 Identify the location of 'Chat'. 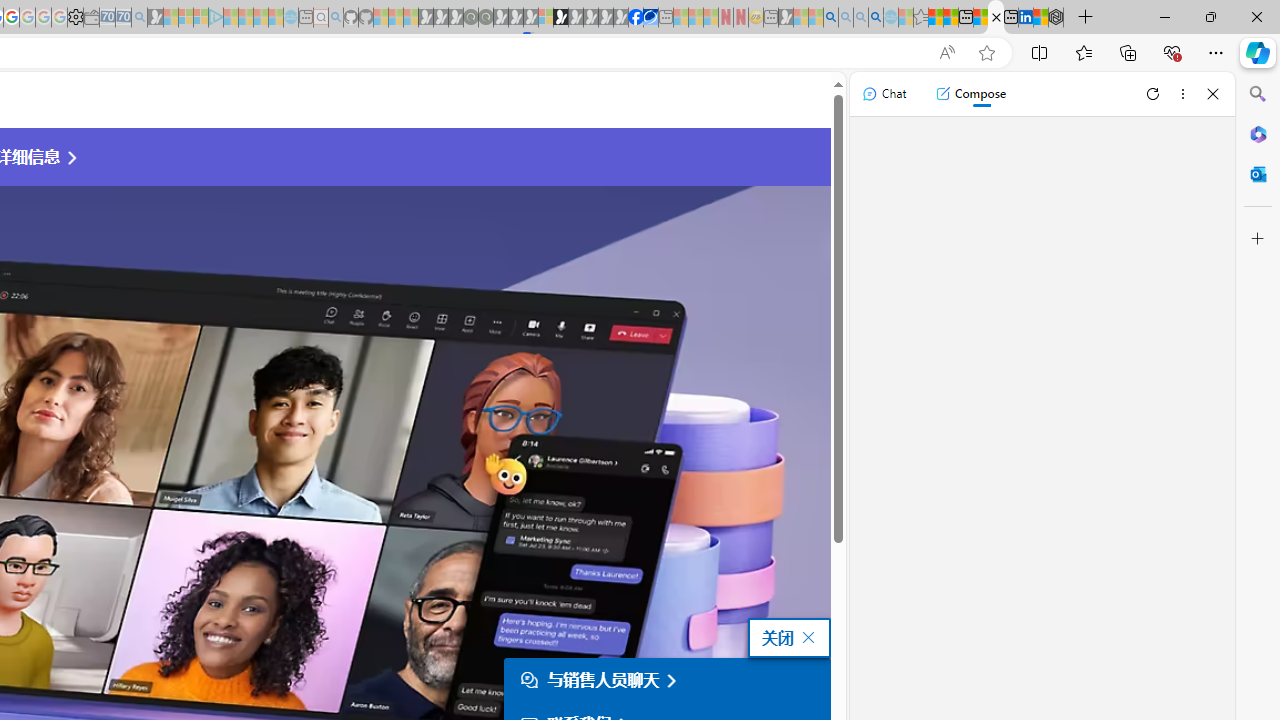
(883, 93).